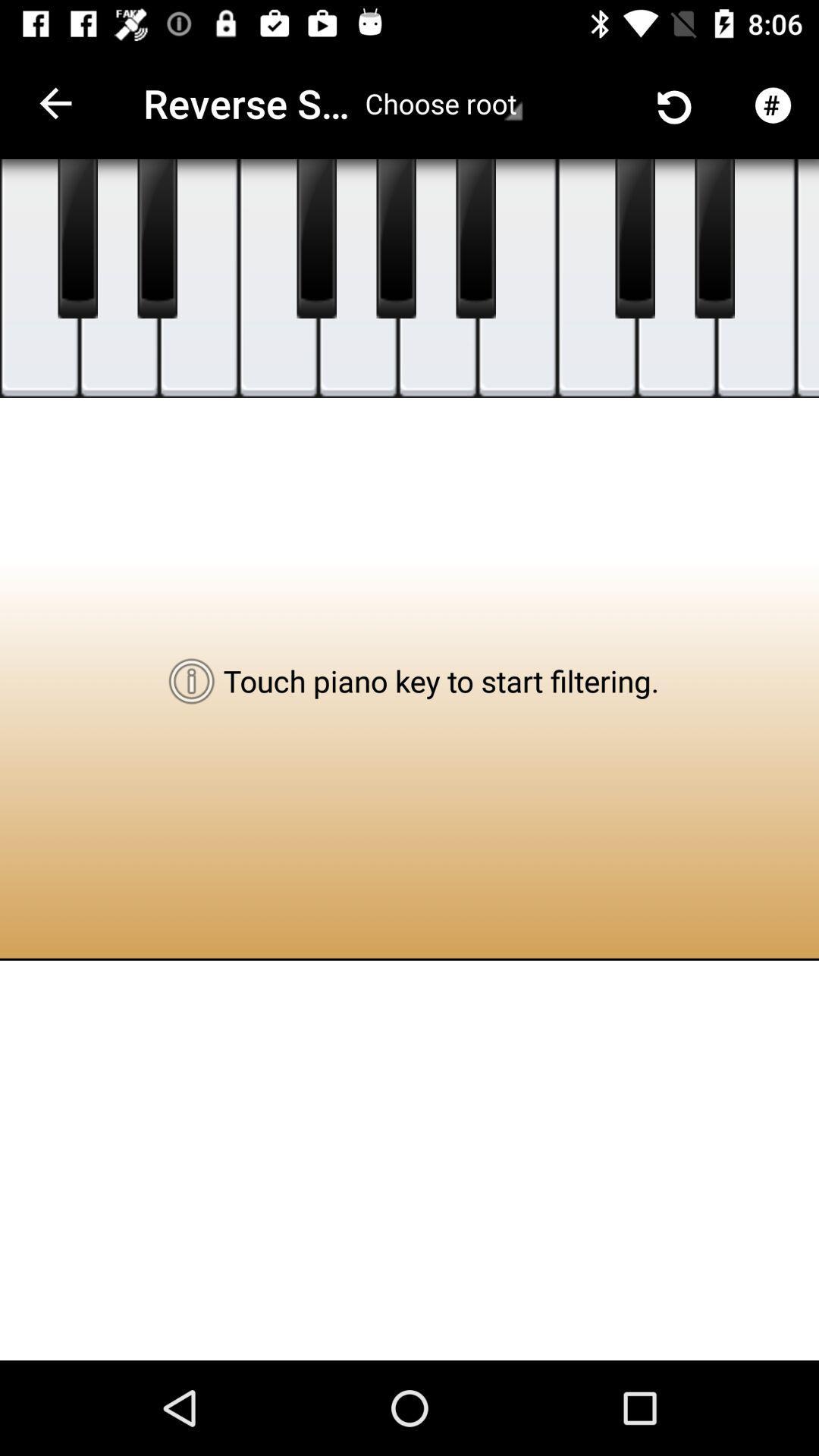 The height and width of the screenshot is (1456, 819). What do you see at coordinates (358, 278) in the screenshot?
I see `the fifth key from left` at bounding box center [358, 278].